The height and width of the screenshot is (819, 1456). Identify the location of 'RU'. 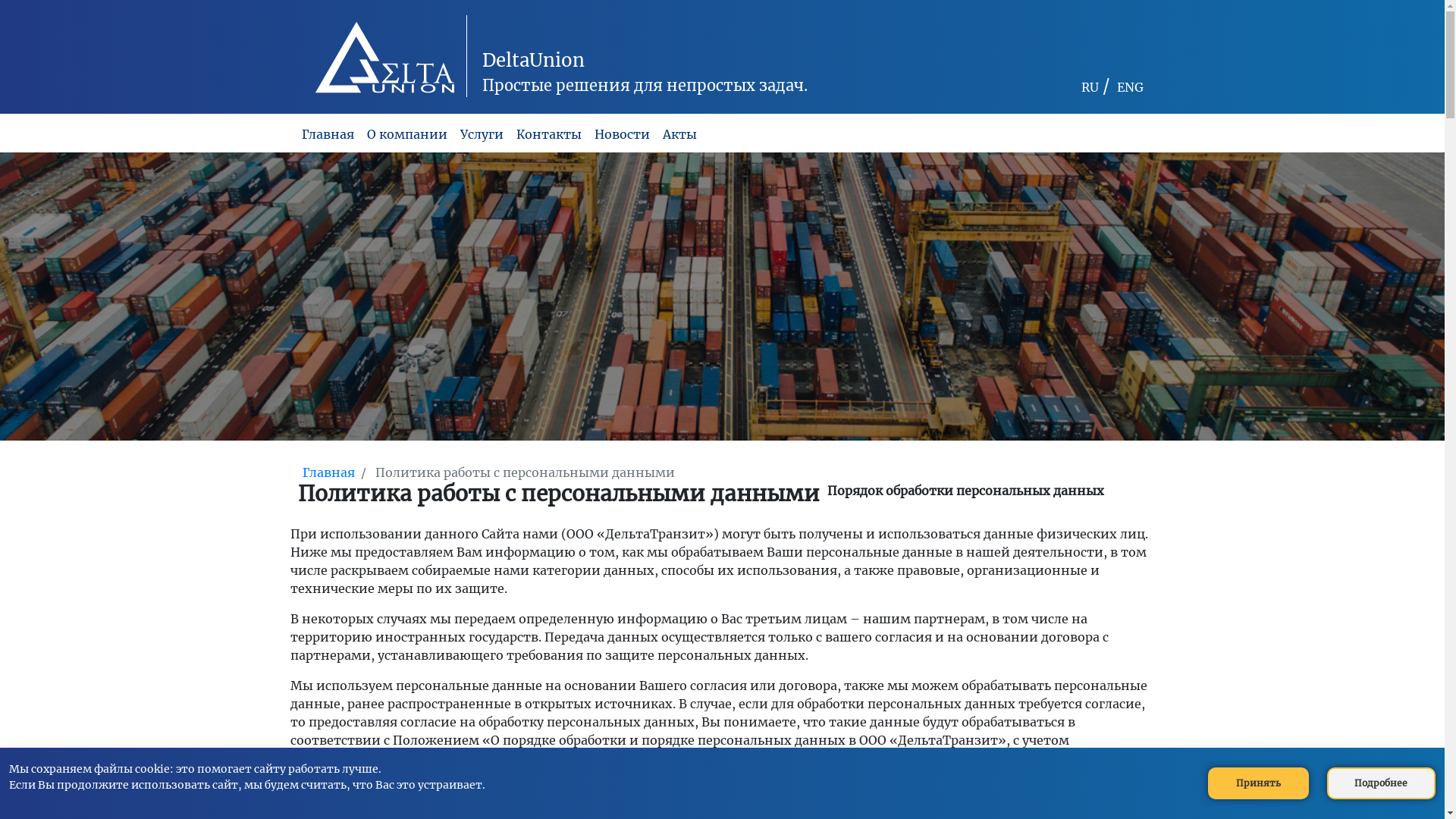
(1080, 87).